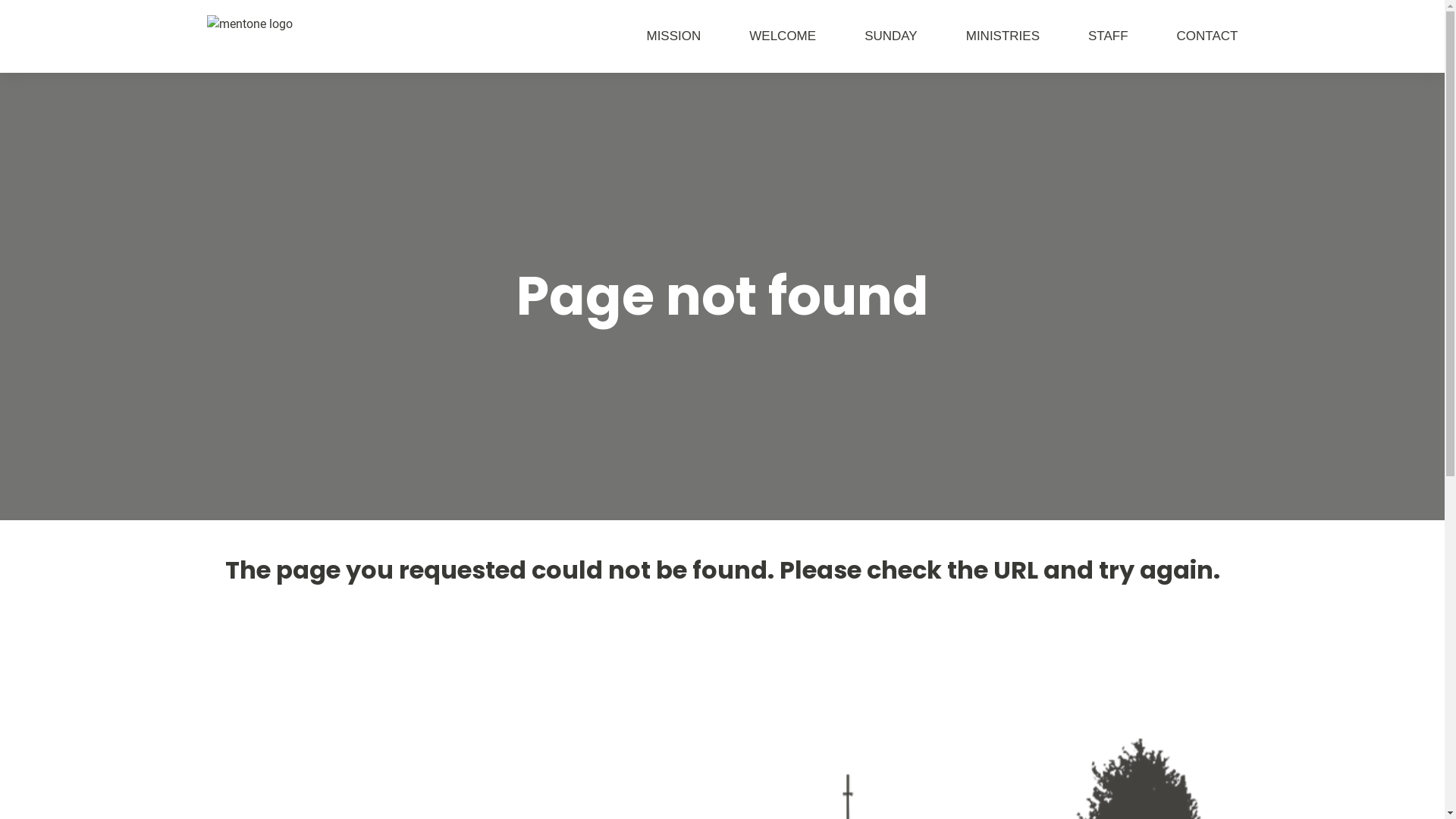 Image resolution: width=1456 pixels, height=819 pixels. Describe the element at coordinates (1083, 35) in the screenshot. I see `'STAFF'` at that location.